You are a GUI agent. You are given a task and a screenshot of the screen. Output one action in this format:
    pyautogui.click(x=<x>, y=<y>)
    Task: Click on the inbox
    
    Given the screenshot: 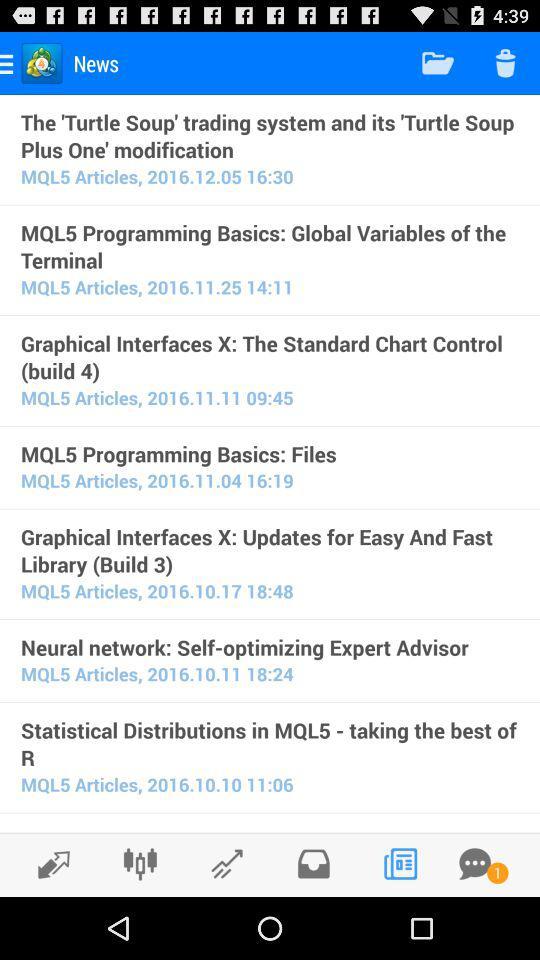 What is the action you would take?
    pyautogui.click(x=313, y=863)
    